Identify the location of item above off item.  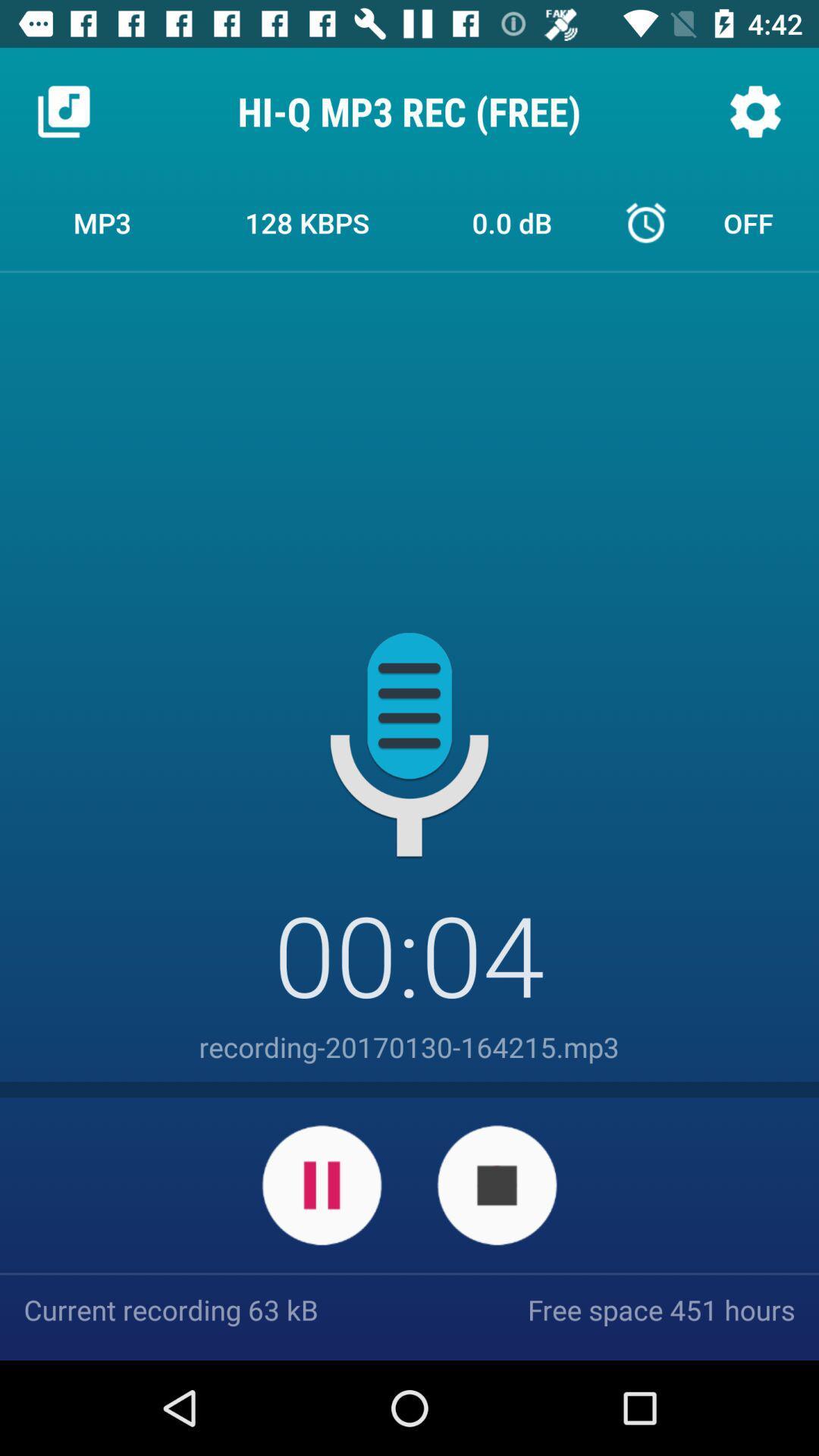
(755, 111).